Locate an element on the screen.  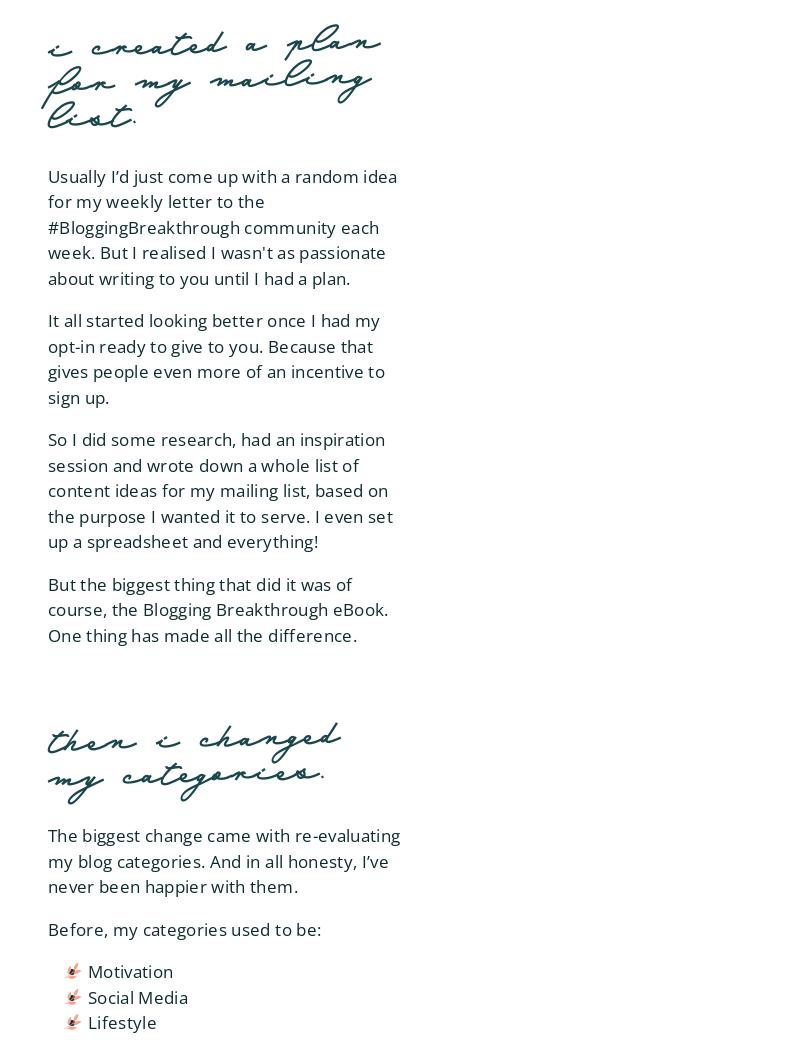
'Usually I’d just come up with a random idea for my weekly letter to the #BloggingBreakthrough community each week. But I realised I wasn't as passionate about writing to you until I had a plan.' is located at coordinates (222, 226).